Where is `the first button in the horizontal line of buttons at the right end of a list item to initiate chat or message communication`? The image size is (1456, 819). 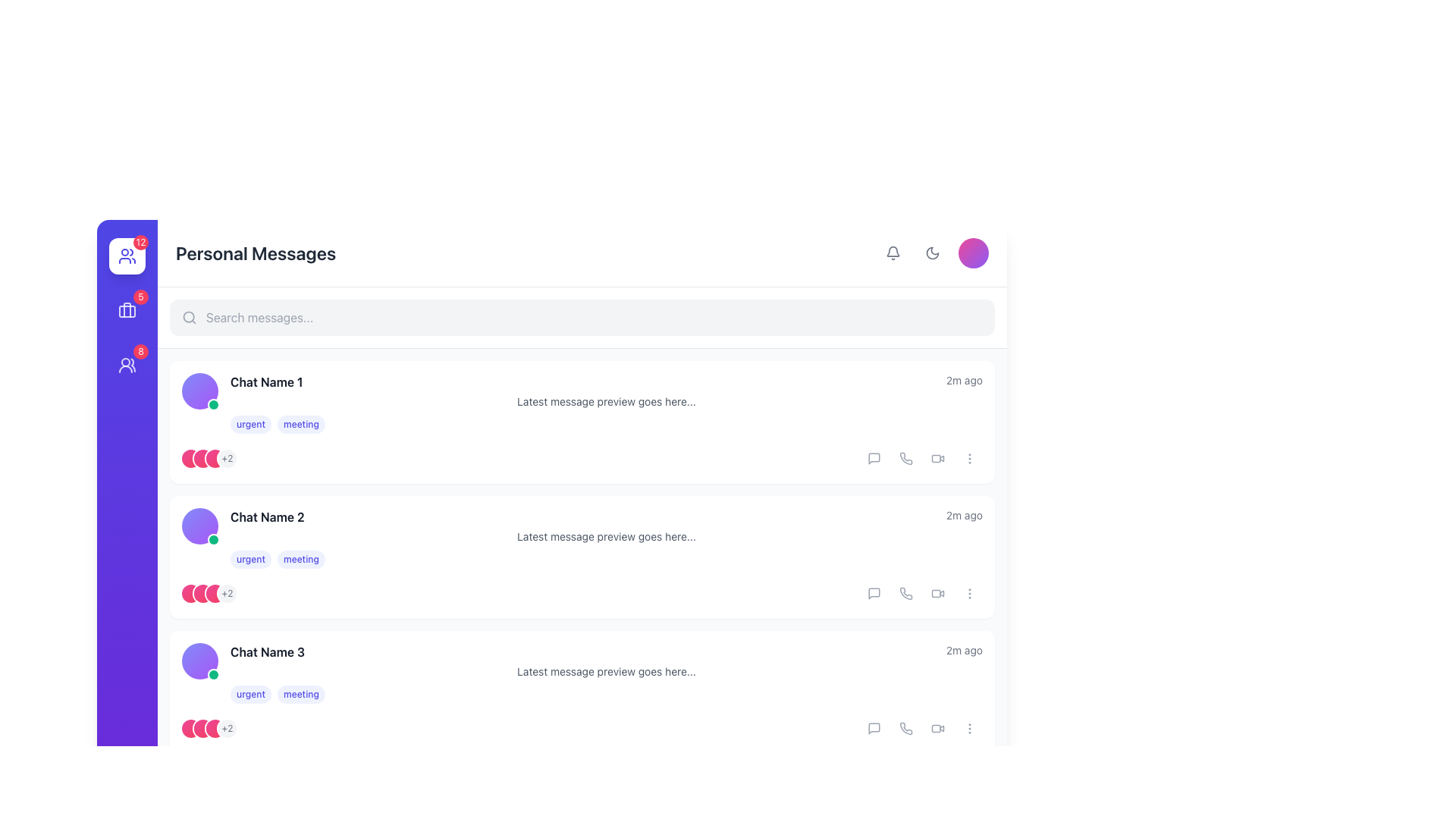 the first button in the horizontal line of buttons at the right end of a list item to initiate chat or message communication is located at coordinates (874, 458).